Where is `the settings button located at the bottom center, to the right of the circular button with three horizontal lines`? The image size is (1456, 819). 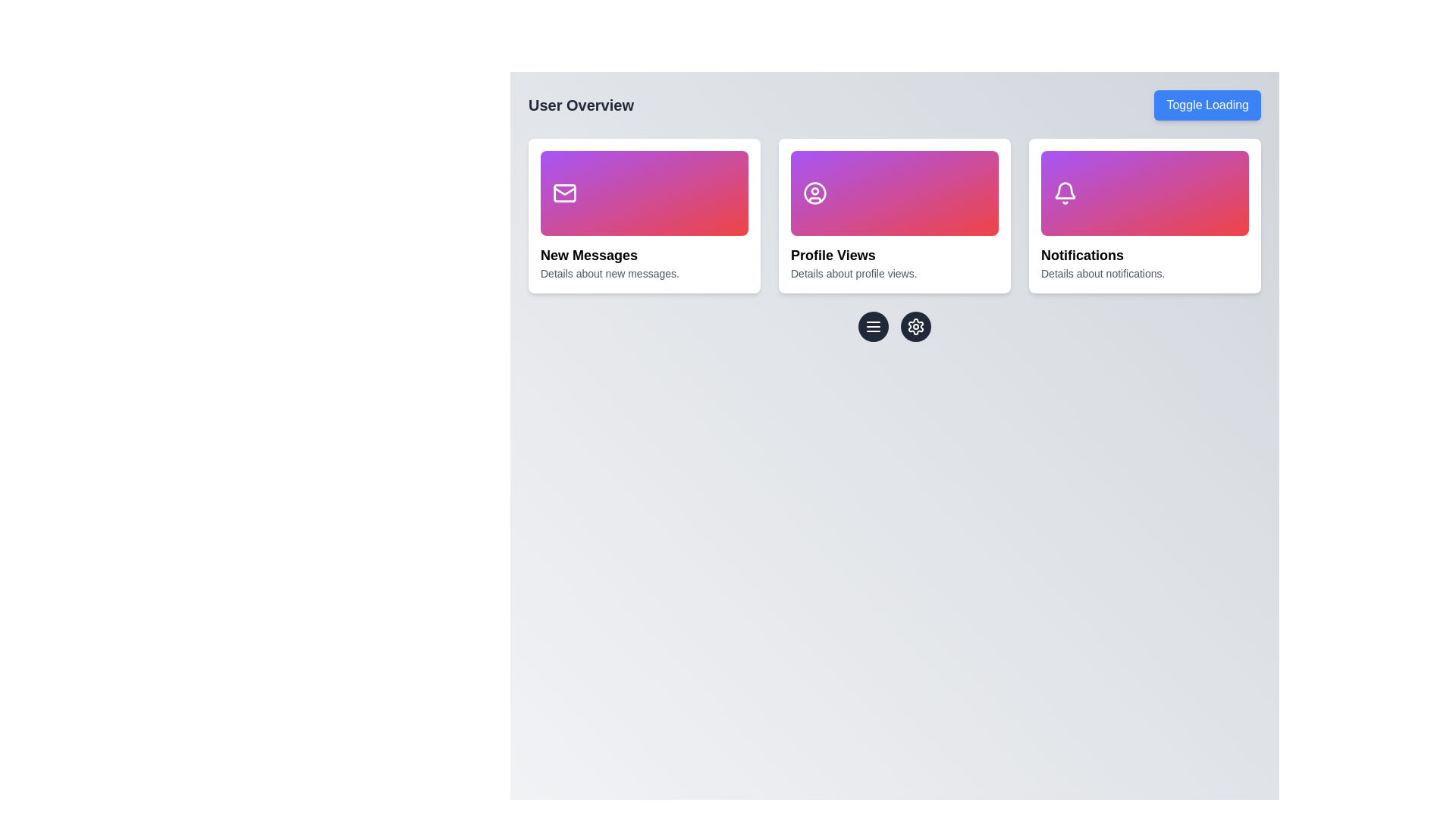
the settings button located at the bottom center, to the right of the circular button with three horizontal lines is located at coordinates (915, 326).